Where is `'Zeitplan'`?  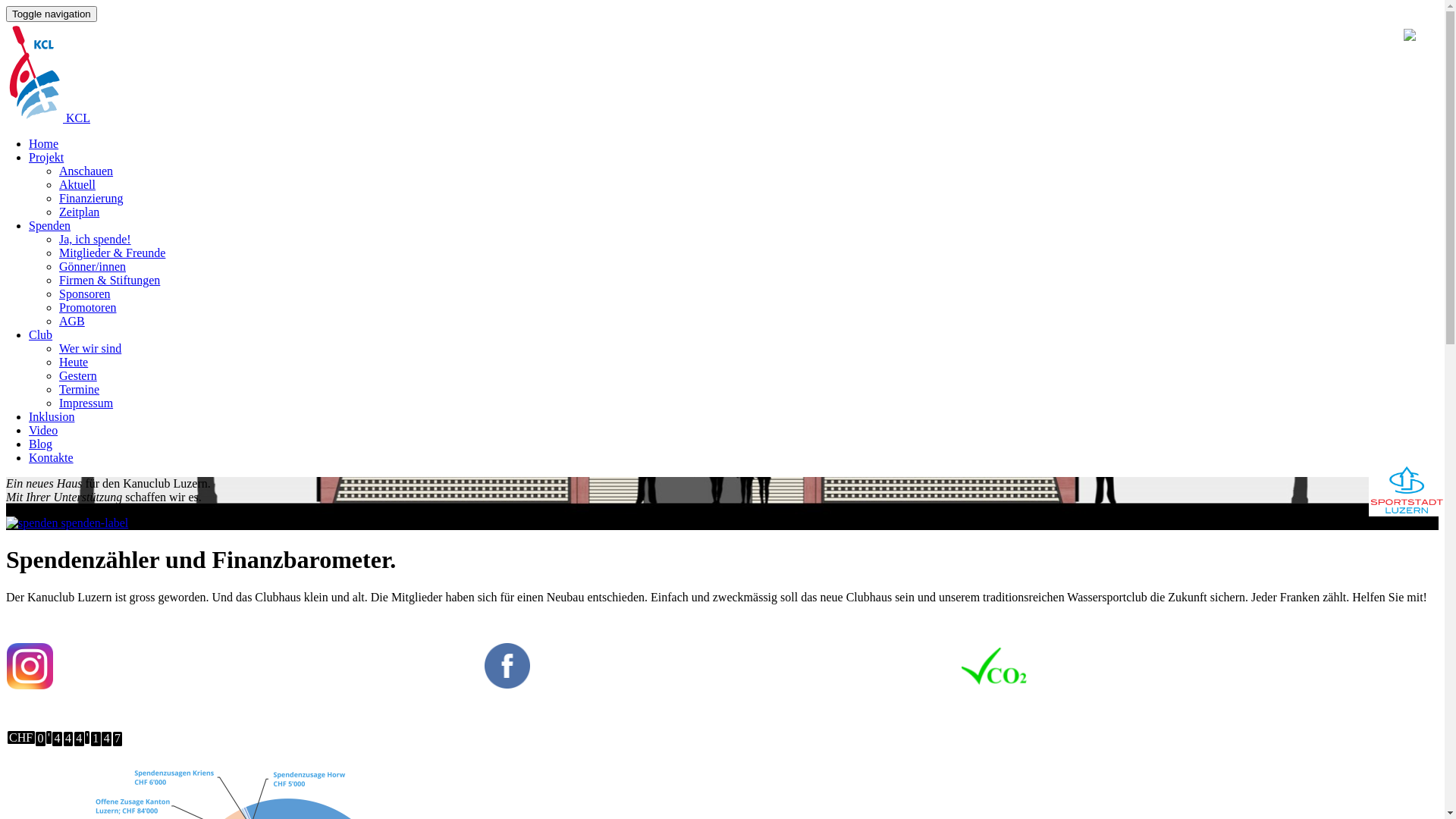 'Zeitplan' is located at coordinates (78, 212).